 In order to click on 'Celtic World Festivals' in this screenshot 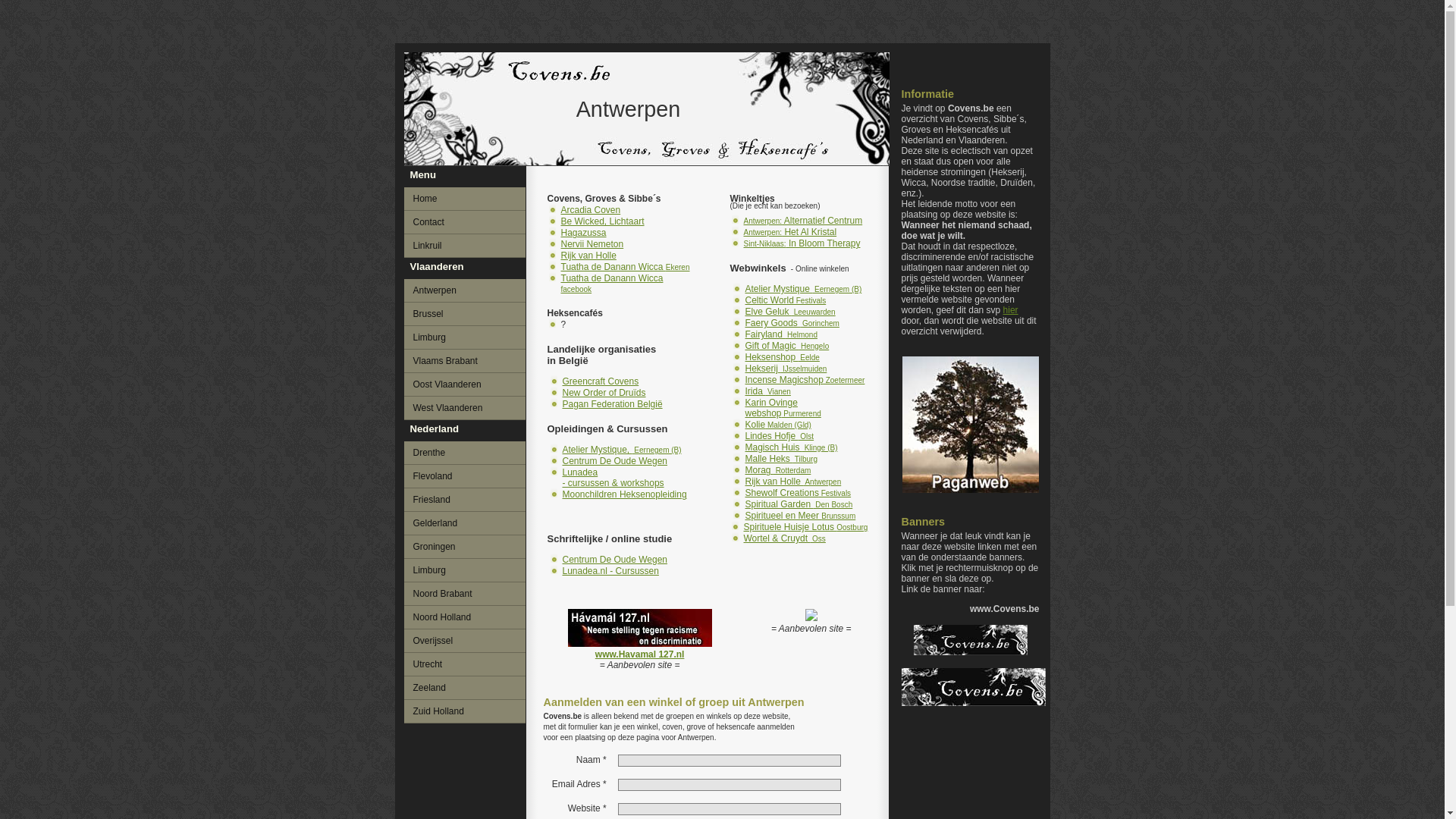, I will do `click(785, 300)`.